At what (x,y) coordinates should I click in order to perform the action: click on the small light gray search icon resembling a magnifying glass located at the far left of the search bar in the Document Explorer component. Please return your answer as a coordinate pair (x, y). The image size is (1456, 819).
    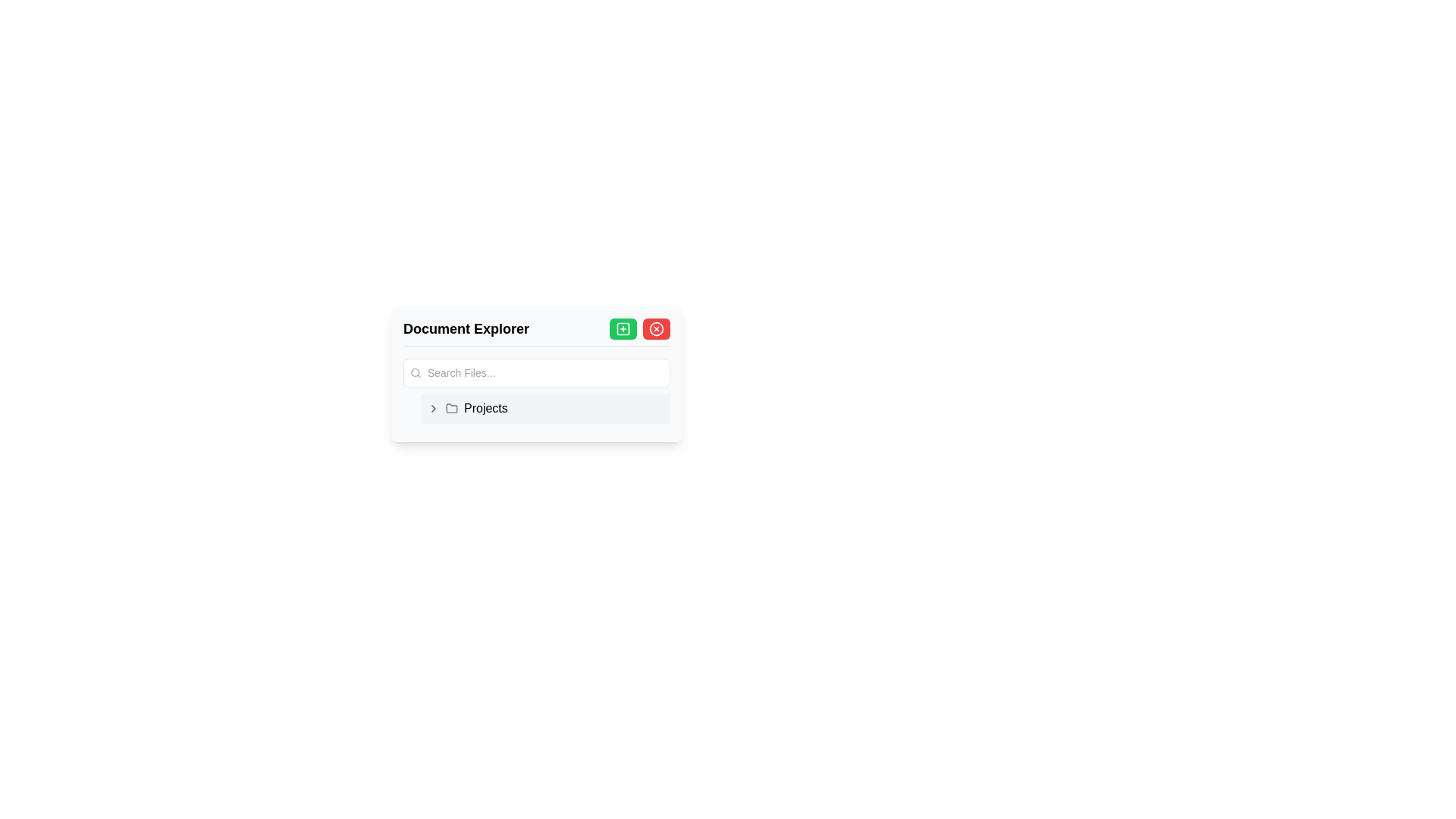
    Looking at the image, I should click on (416, 373).